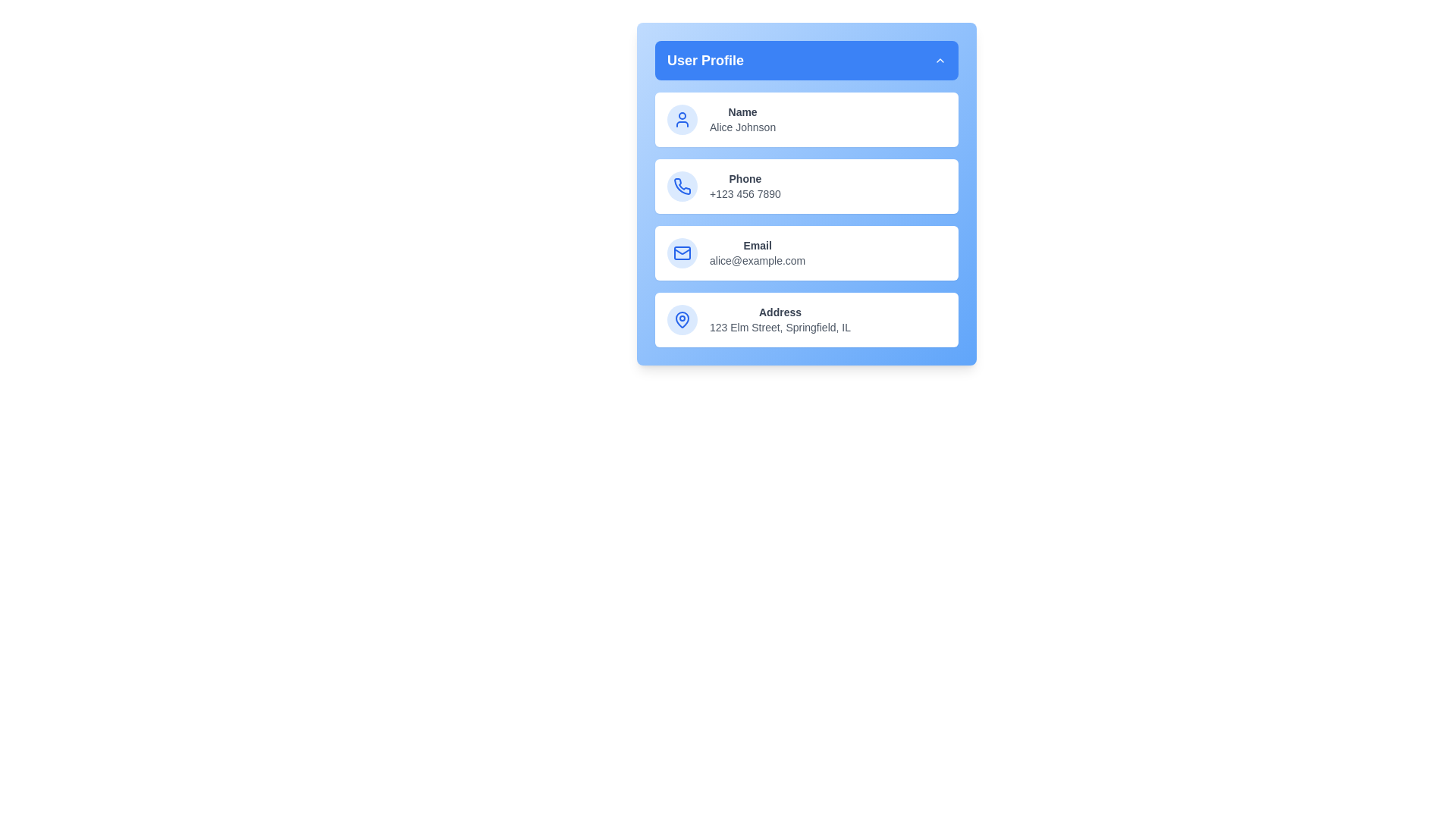 The image size is (1456, 819). What do you see at coordinates (745, 177) in the screenshot?
I see `the Text label that identifies the phone number, located in the second row of the user profile card adjacent to the phone icon` at bounding box center [745, 177].